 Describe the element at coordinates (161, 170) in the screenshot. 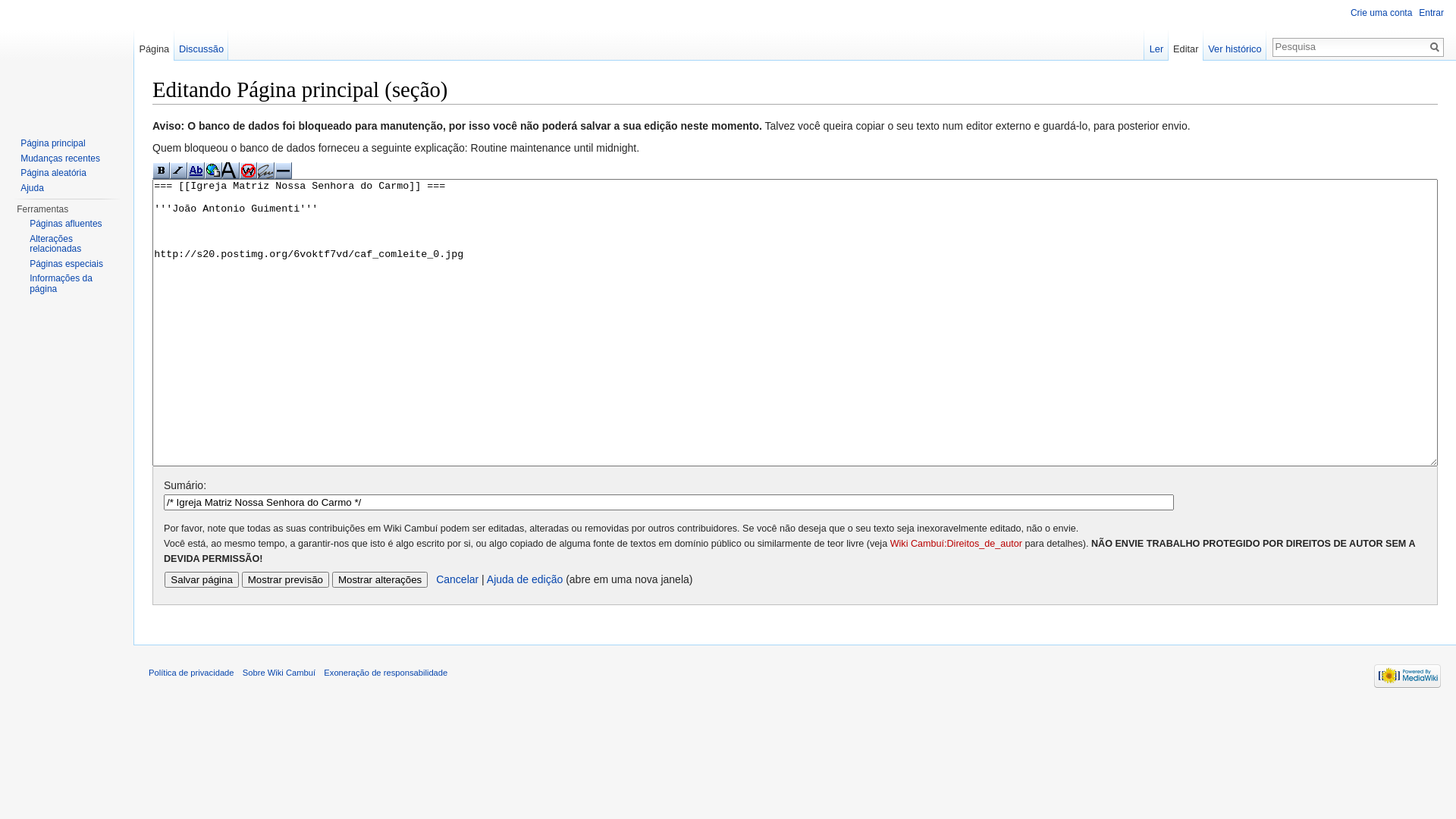

I see `'Texto em negrito'` at that location.